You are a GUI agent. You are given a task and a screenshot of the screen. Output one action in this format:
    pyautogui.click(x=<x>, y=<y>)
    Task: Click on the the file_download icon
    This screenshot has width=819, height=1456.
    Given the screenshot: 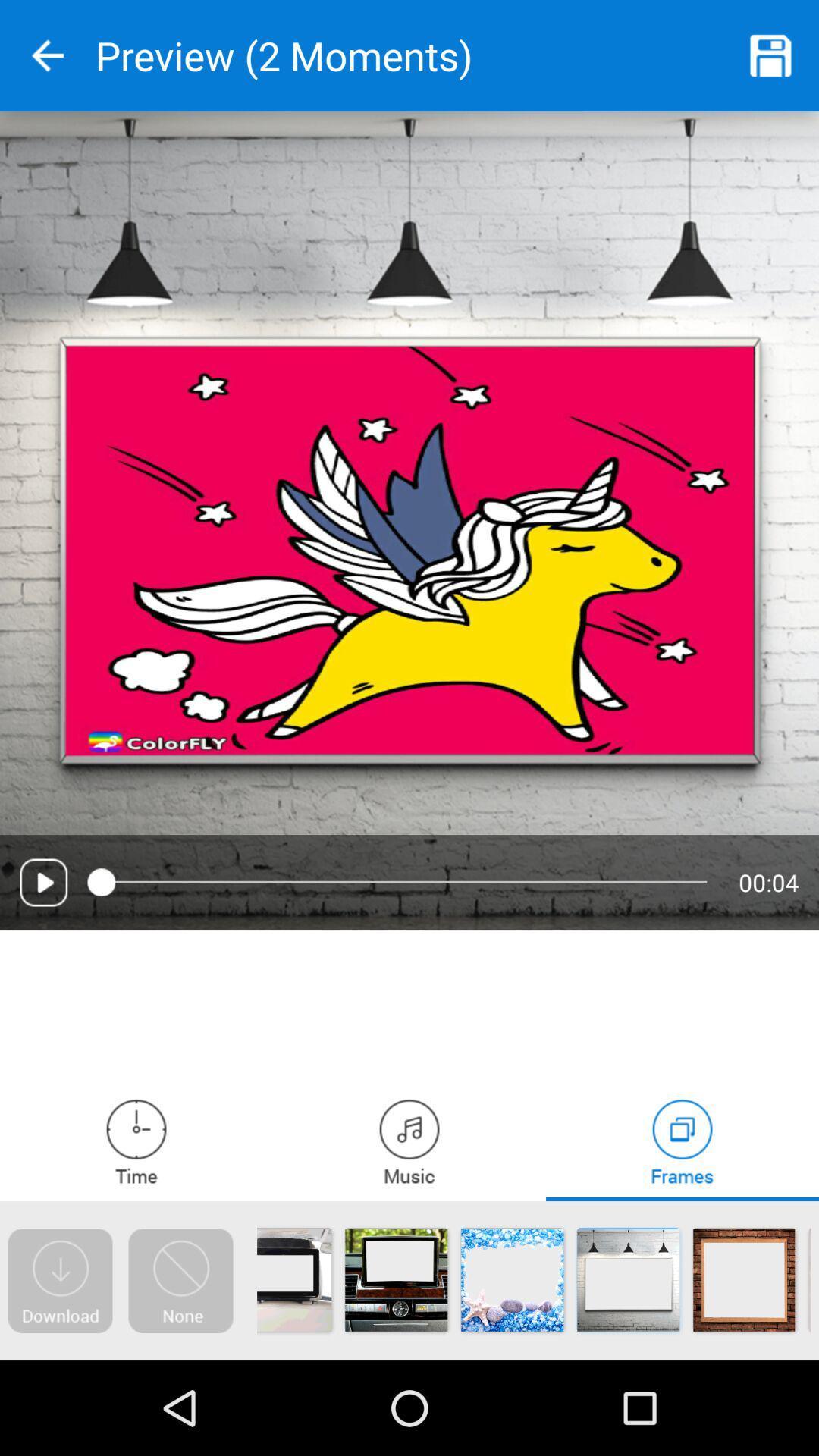 What is the action you would take?
    pyautogui.click(x=59, y=1280)
    